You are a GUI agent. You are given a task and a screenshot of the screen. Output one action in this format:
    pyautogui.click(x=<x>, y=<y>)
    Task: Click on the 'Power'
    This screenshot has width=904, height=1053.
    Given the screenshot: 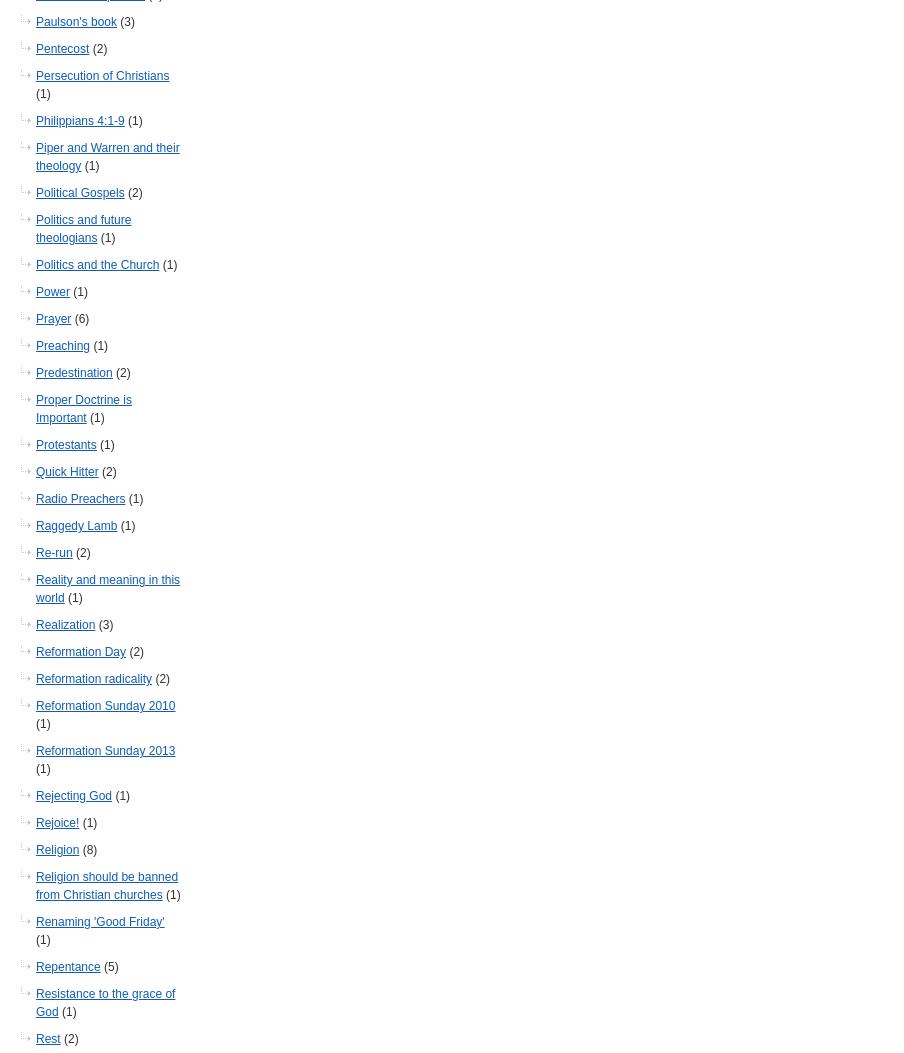 What is the action you would take?
    pyautogui.click(x=51, y=291)
    